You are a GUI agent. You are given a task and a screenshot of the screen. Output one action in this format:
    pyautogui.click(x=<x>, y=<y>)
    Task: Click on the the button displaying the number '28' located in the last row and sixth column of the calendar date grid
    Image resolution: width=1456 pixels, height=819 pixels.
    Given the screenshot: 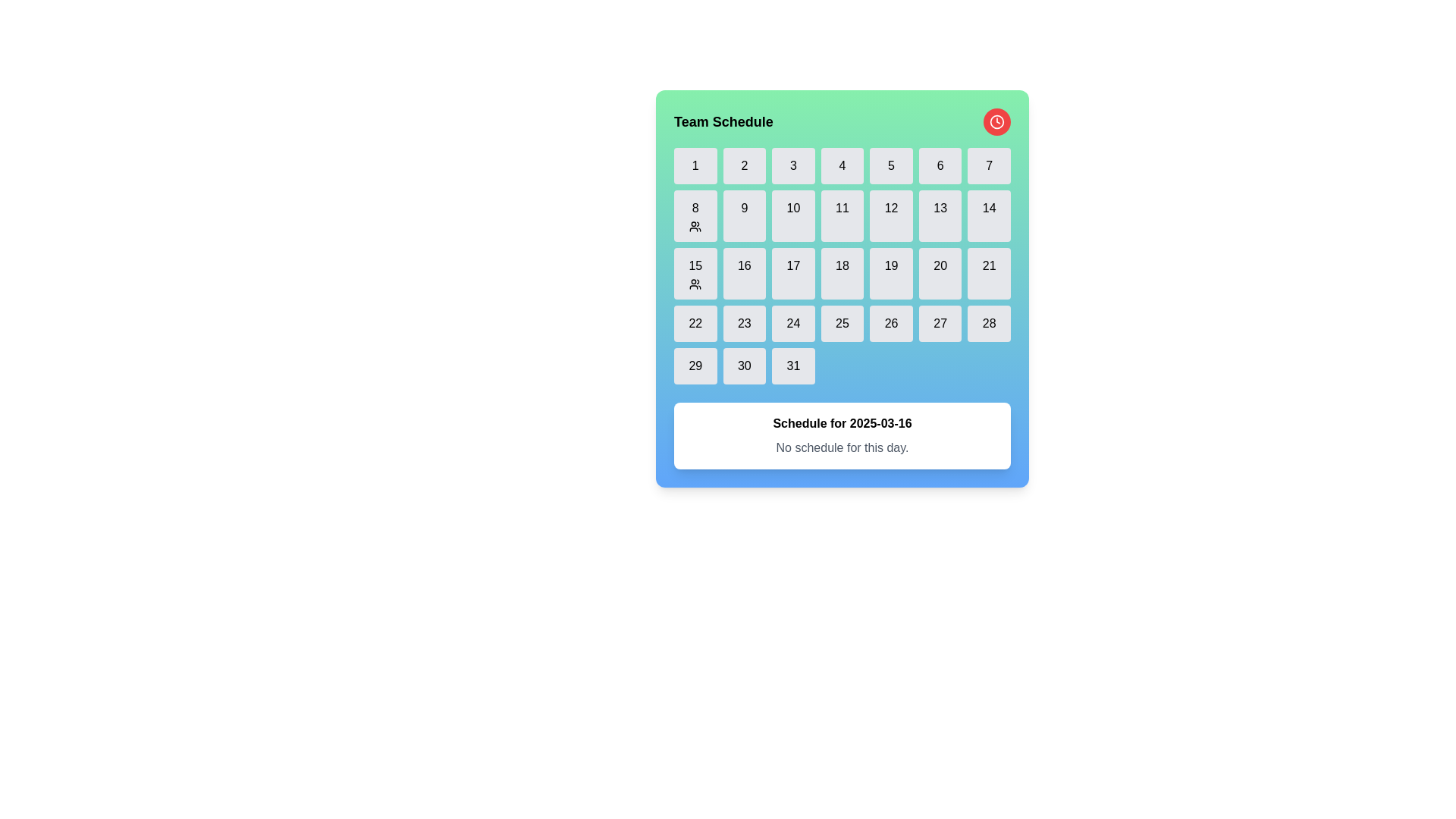 What is the action you would take?
    pyautogui.click(x=989, y=323)
    